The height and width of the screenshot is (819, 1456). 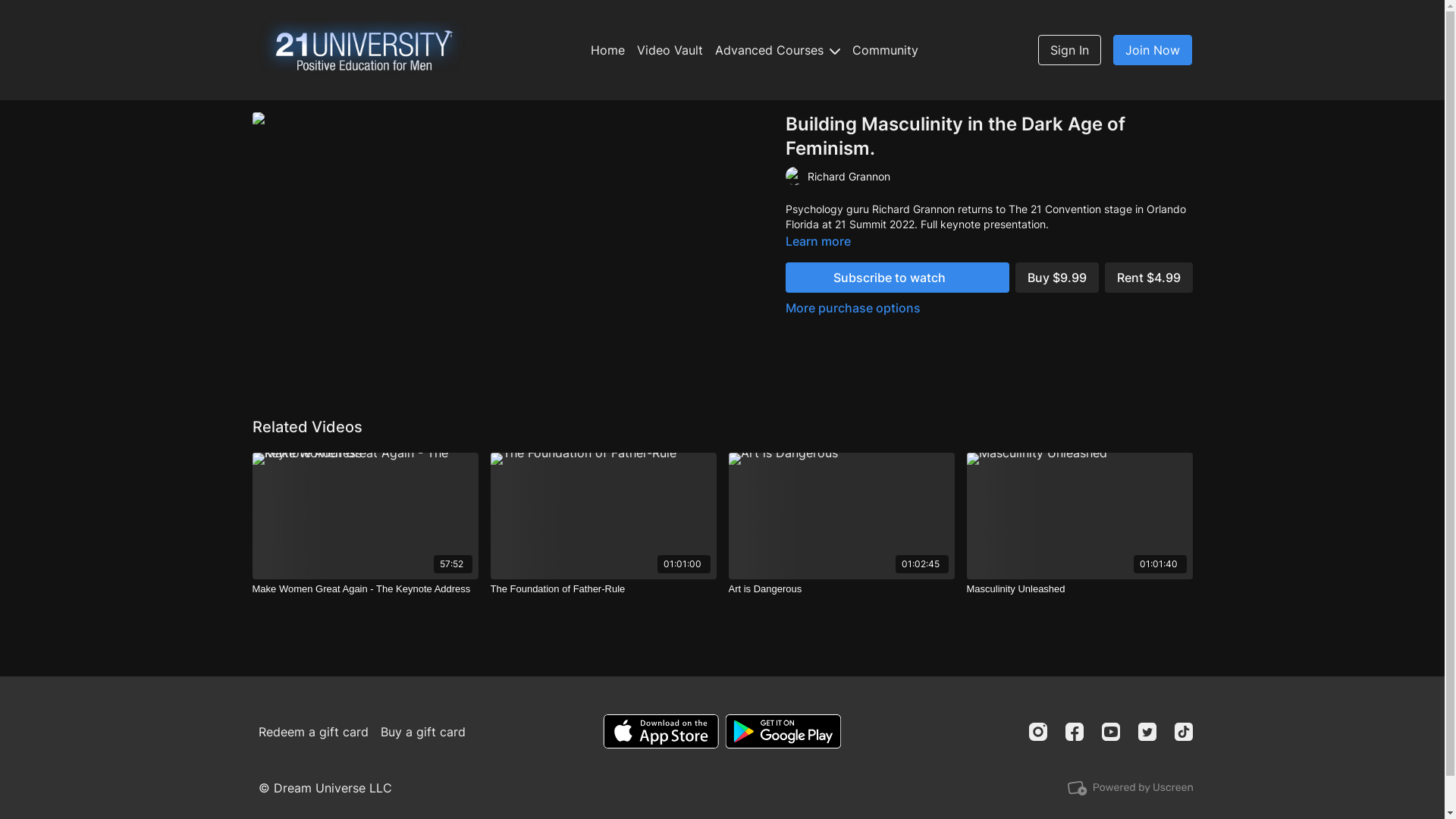 What do you see at coordinates (422, 730) in the screenshot?
I see `'Buy a gift card'` at bounding box center [422, 730].